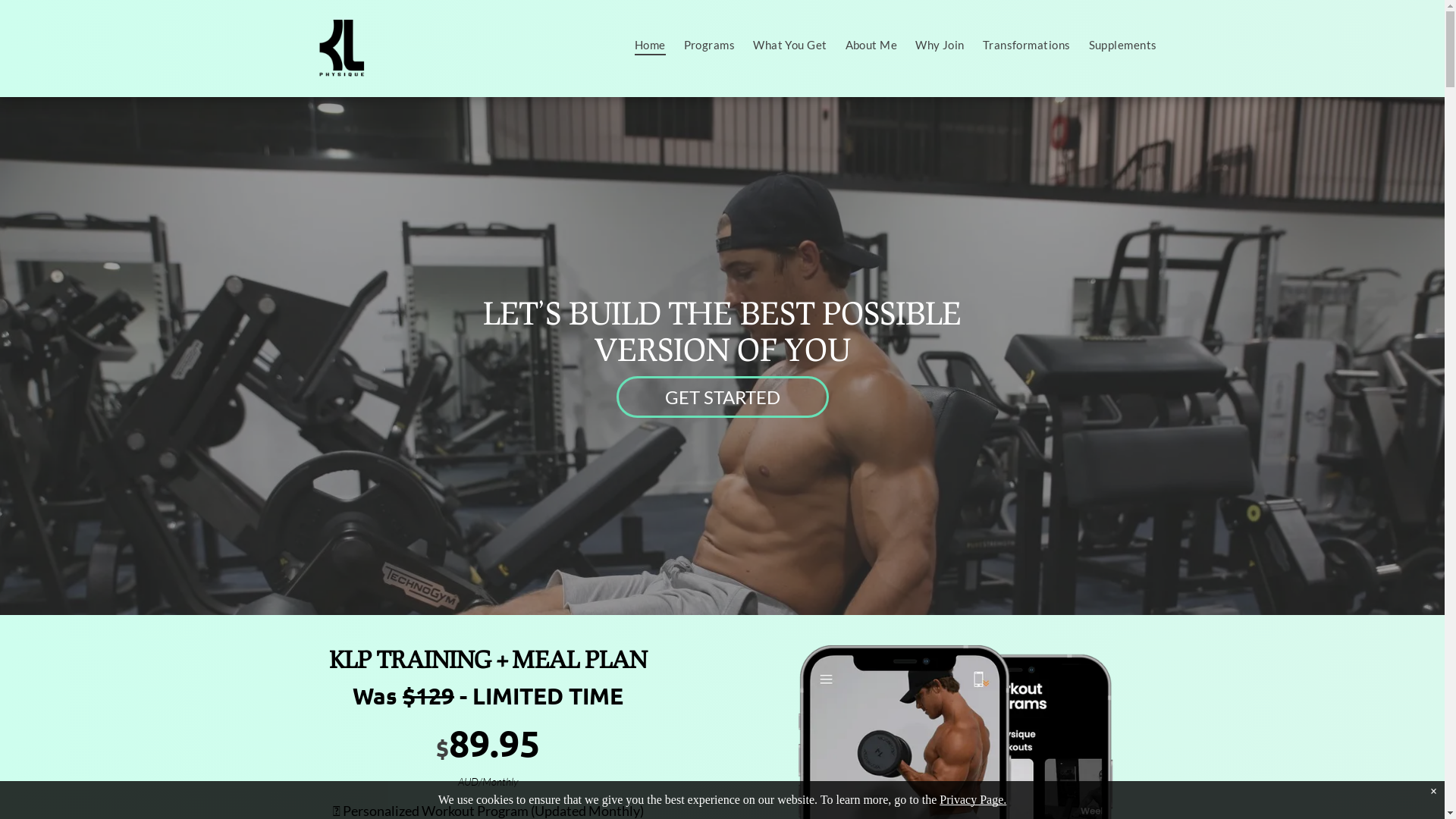 This screenshot has height=819, width=1456. I want to click on 'GET STARTED', so click(720, 396).